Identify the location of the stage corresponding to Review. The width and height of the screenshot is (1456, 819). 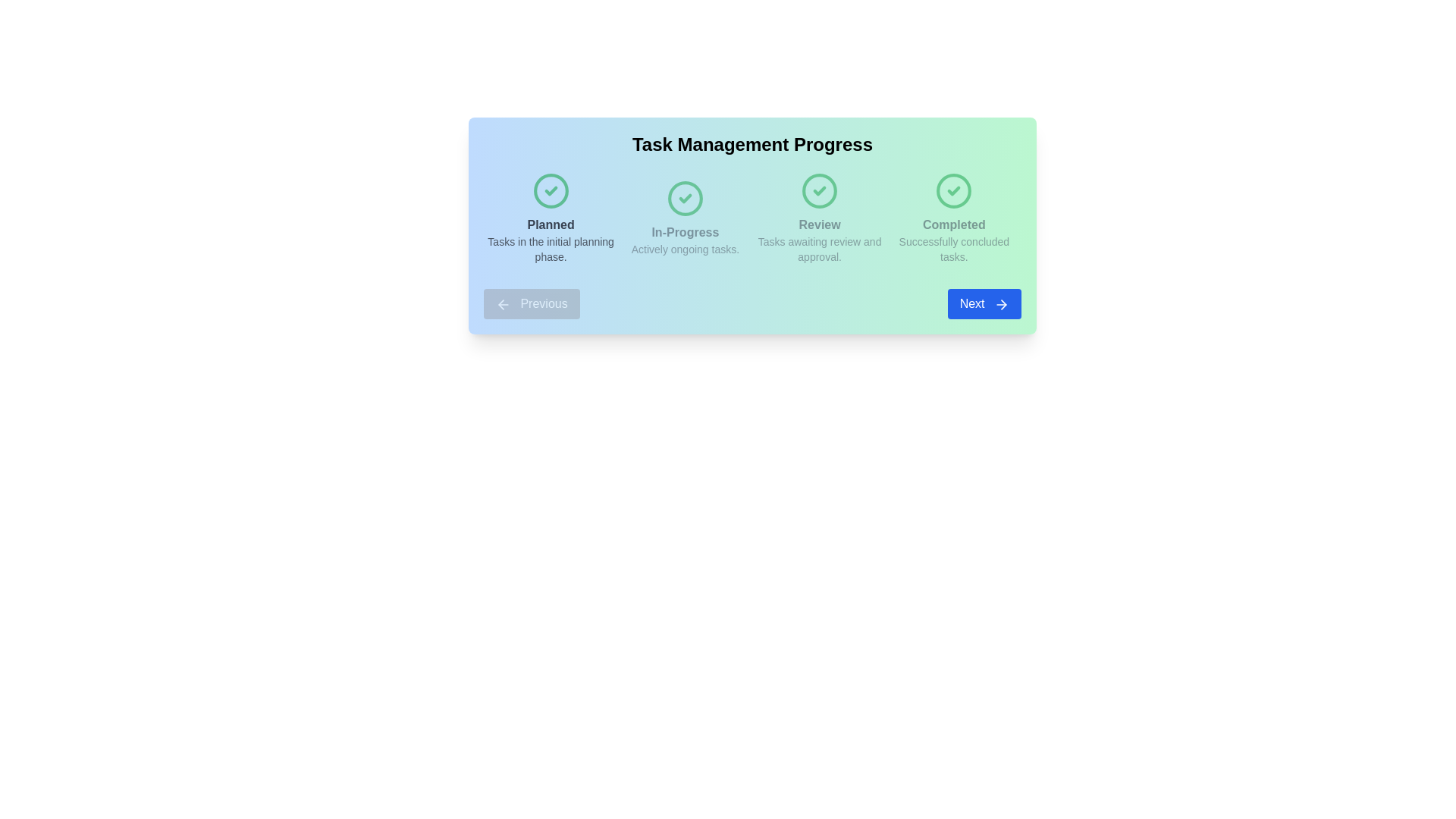
(819, 218).